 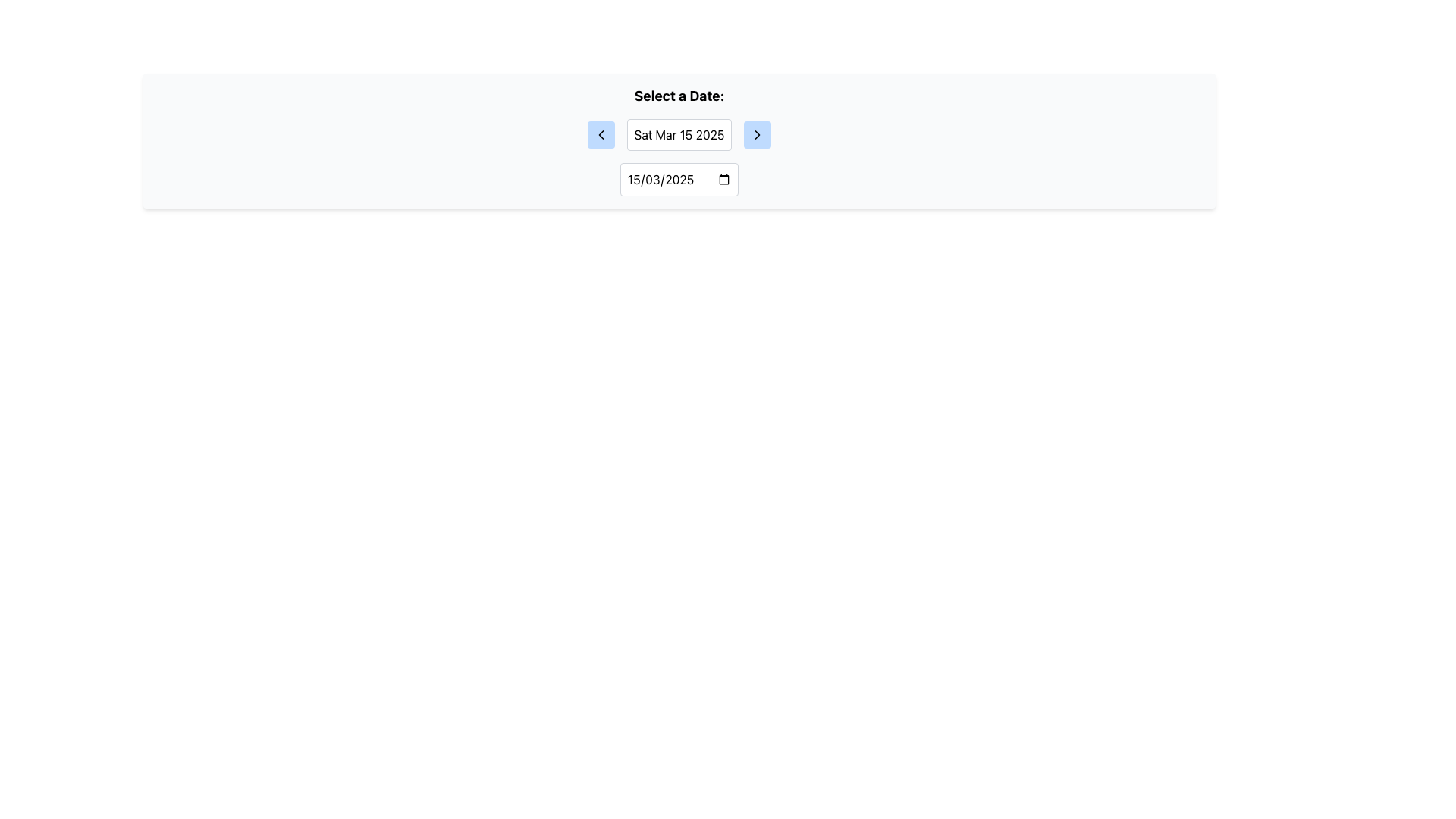 What do you see at coordinates (601, 133) in the screenshot?
I see `the Graphic Icon located in the top-center section of the interface` at bounding box center [601, 133].